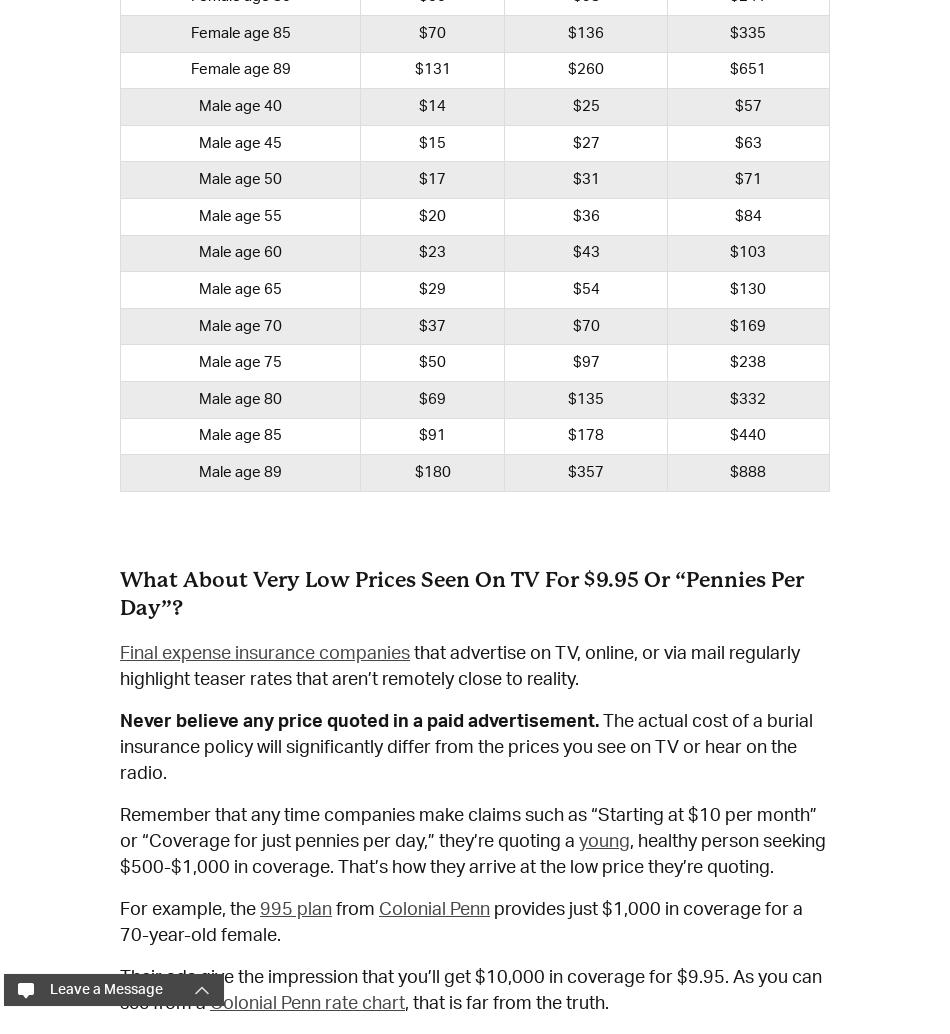  I want to click on 'Male age 50', so click(199, 179).